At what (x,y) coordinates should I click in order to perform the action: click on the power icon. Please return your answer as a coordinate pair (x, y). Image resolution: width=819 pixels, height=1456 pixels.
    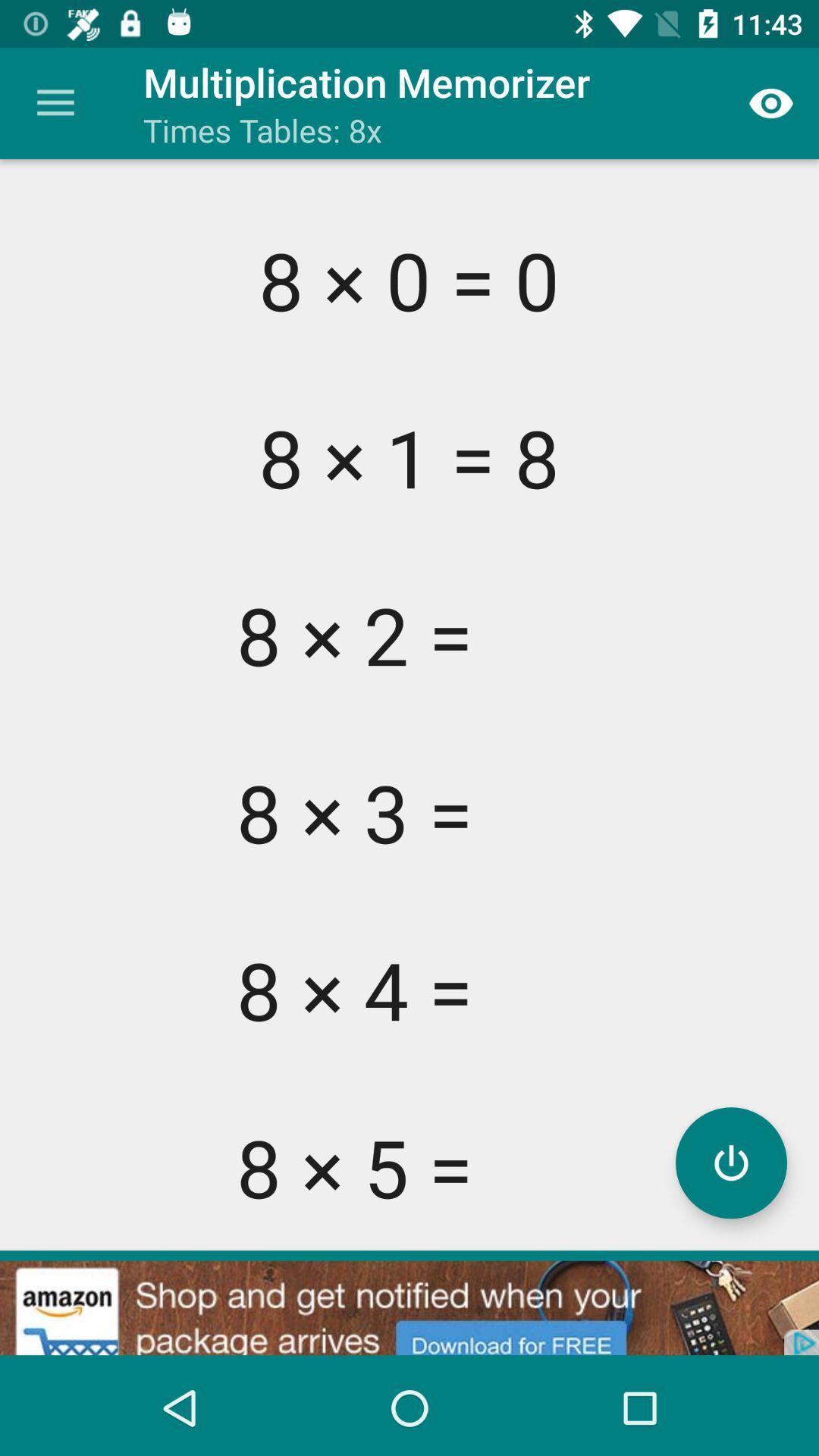
    Looking at the image, I should click on (730, 1162).